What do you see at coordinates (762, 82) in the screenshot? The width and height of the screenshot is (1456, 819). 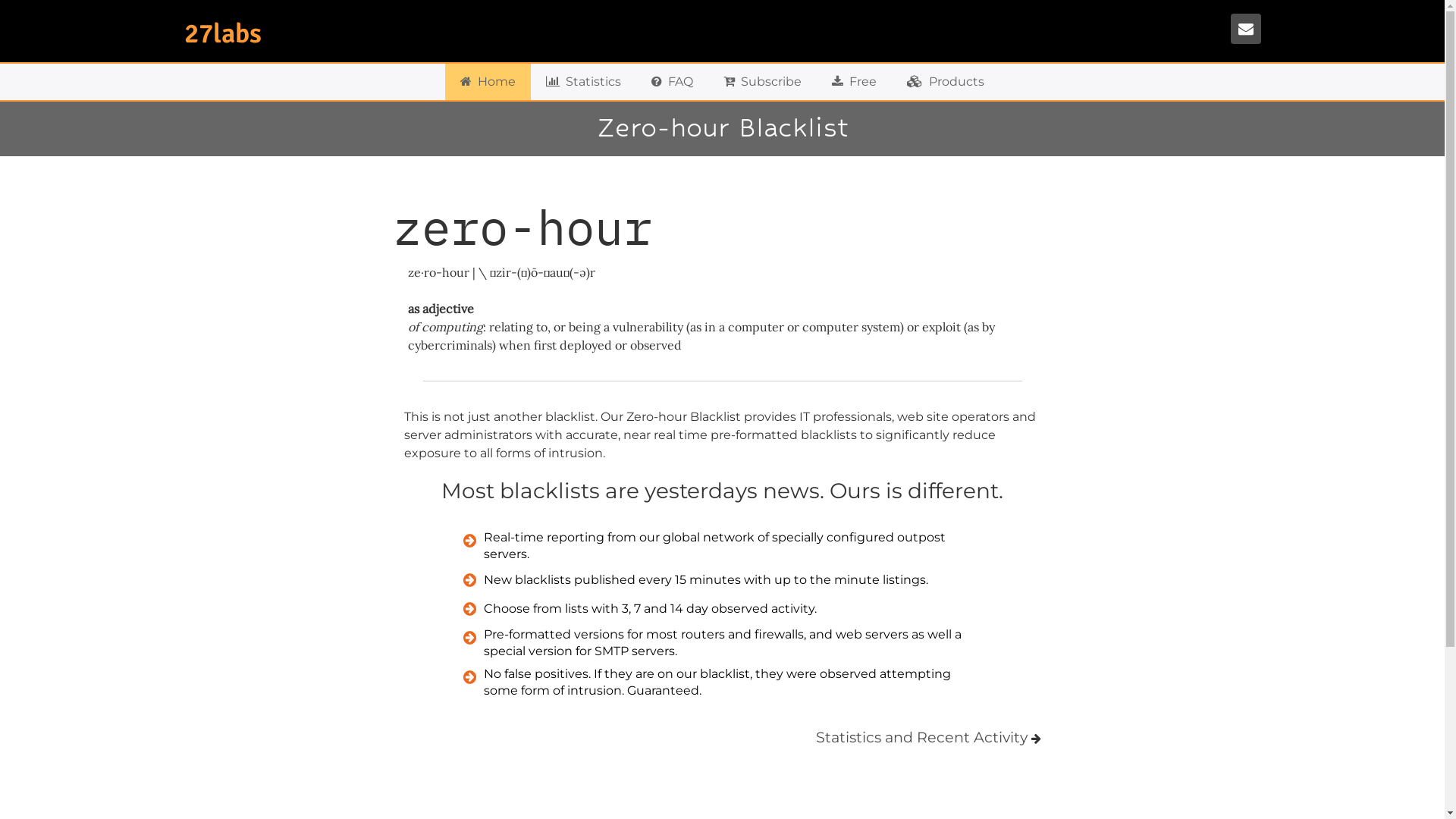 I see `'Subscribe'` at bounding box center [762, 82].